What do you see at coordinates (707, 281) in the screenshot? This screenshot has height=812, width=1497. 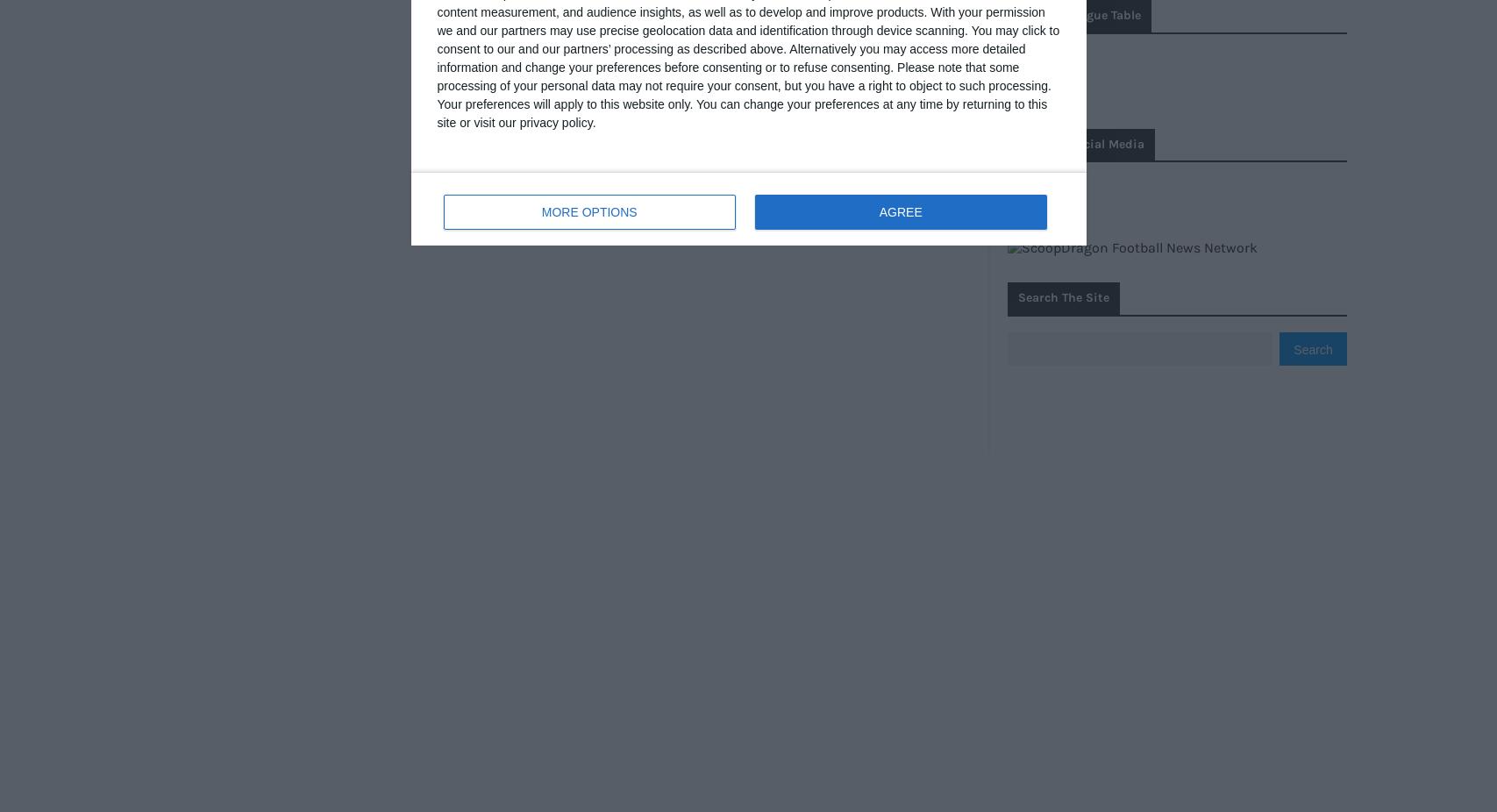 I see `'Catalan football, English tactics: why England has changed Guardiola'` at bounding box center [707, 281].